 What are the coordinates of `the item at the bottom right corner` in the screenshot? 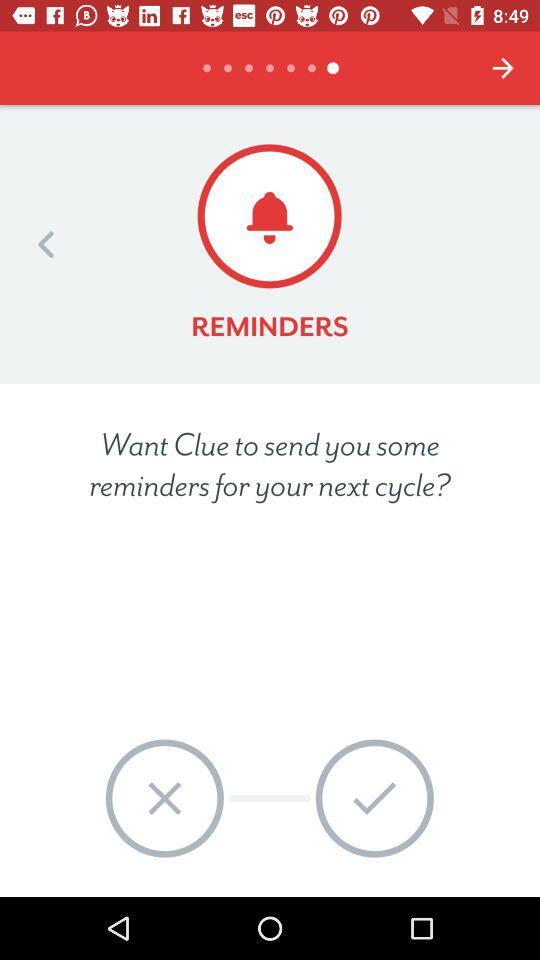 It's located at (374, 798).